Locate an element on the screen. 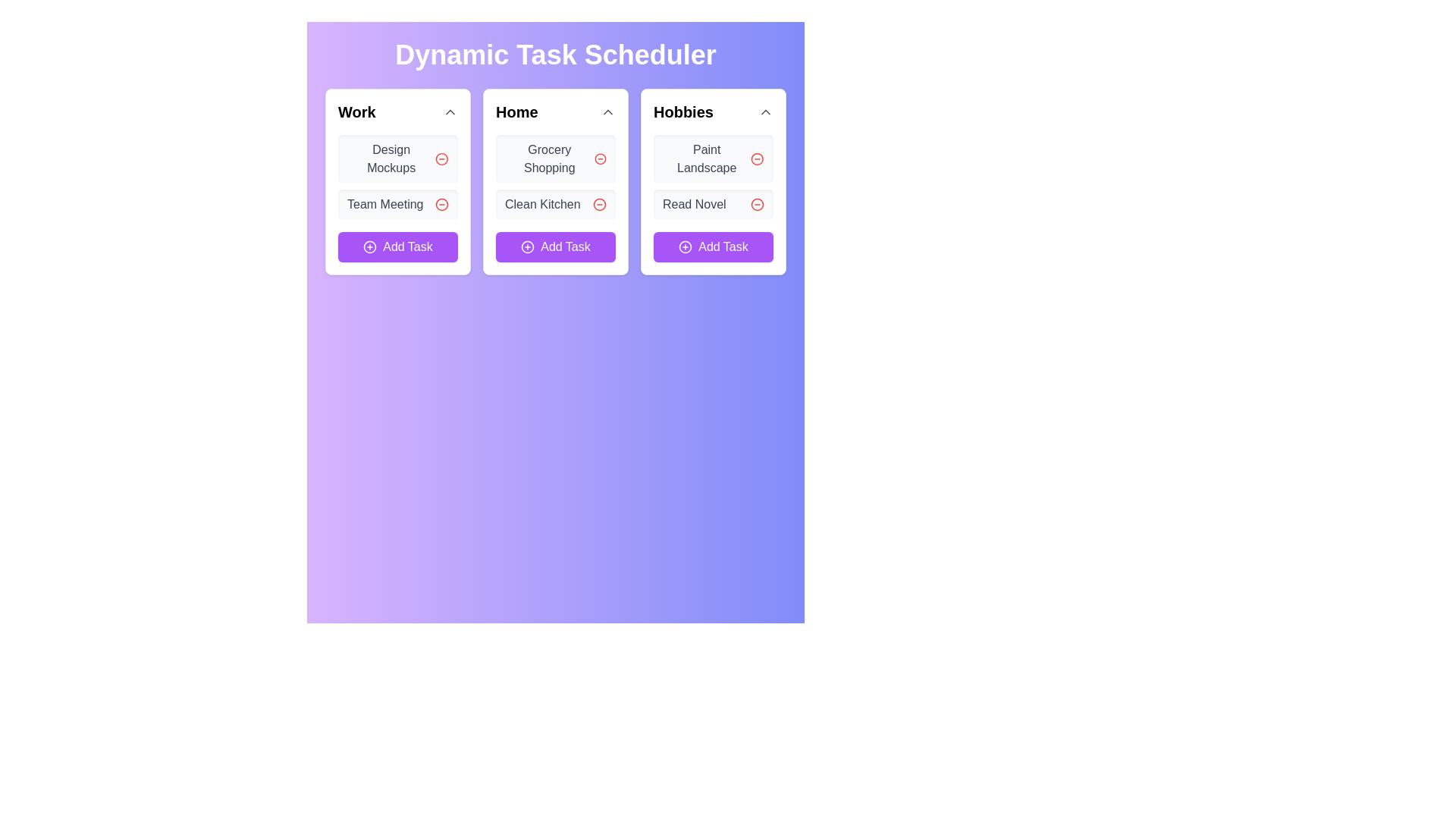  the Text label displaying 'Paint Landscape' located in the upper section of the 'Hobbies' card, which is the first task listed and positioned above the 'Read Novel' task is located at coordinates (706, 158).